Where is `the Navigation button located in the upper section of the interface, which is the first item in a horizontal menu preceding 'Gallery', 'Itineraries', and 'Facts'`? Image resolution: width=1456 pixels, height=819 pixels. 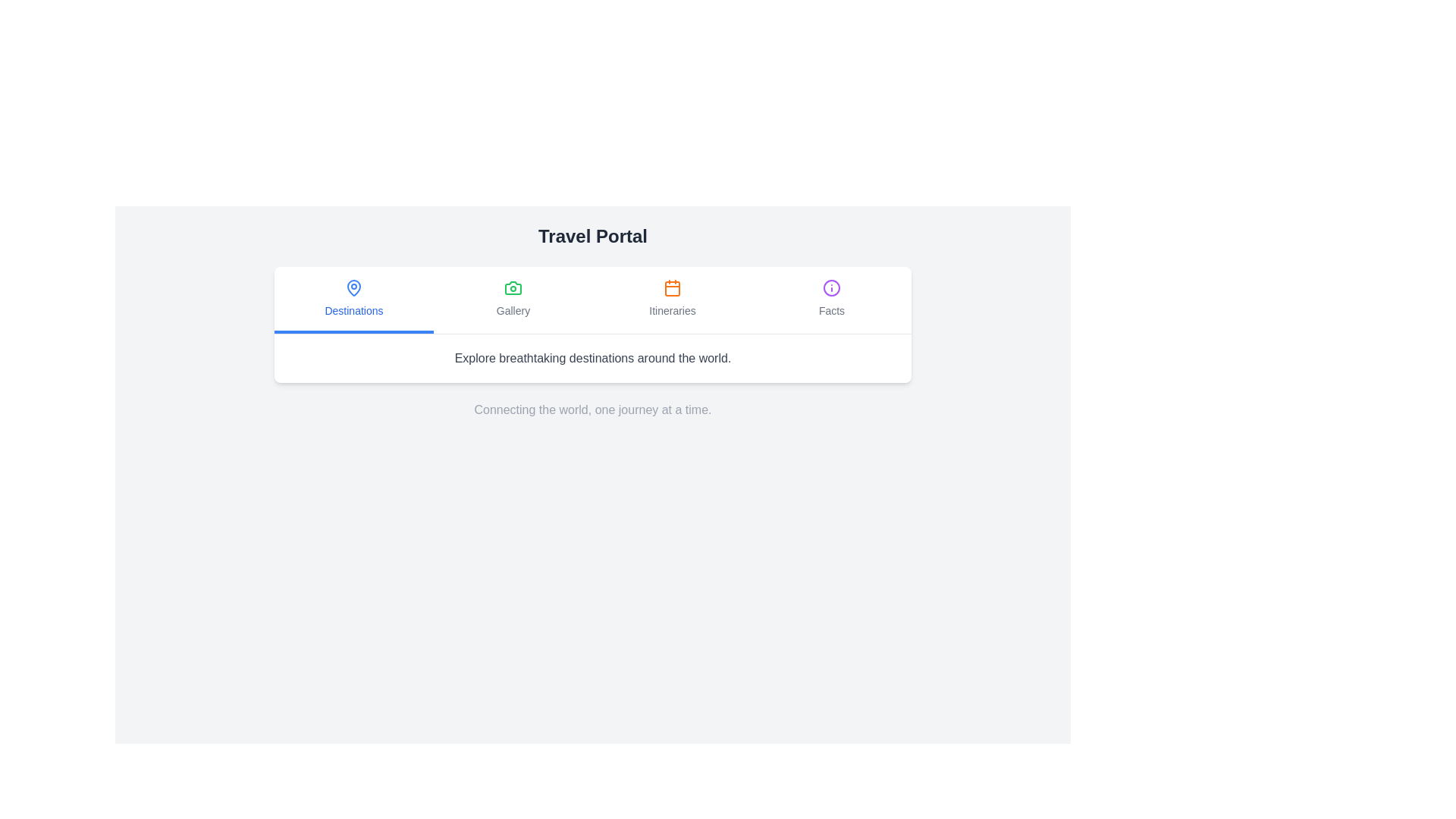 the Navigation button located in the upper section of the interface, which is the first item in a horizontal menu preceding 'Gallery', 'Itineraries', and 'Facts' is located at coordinates (353, 298).